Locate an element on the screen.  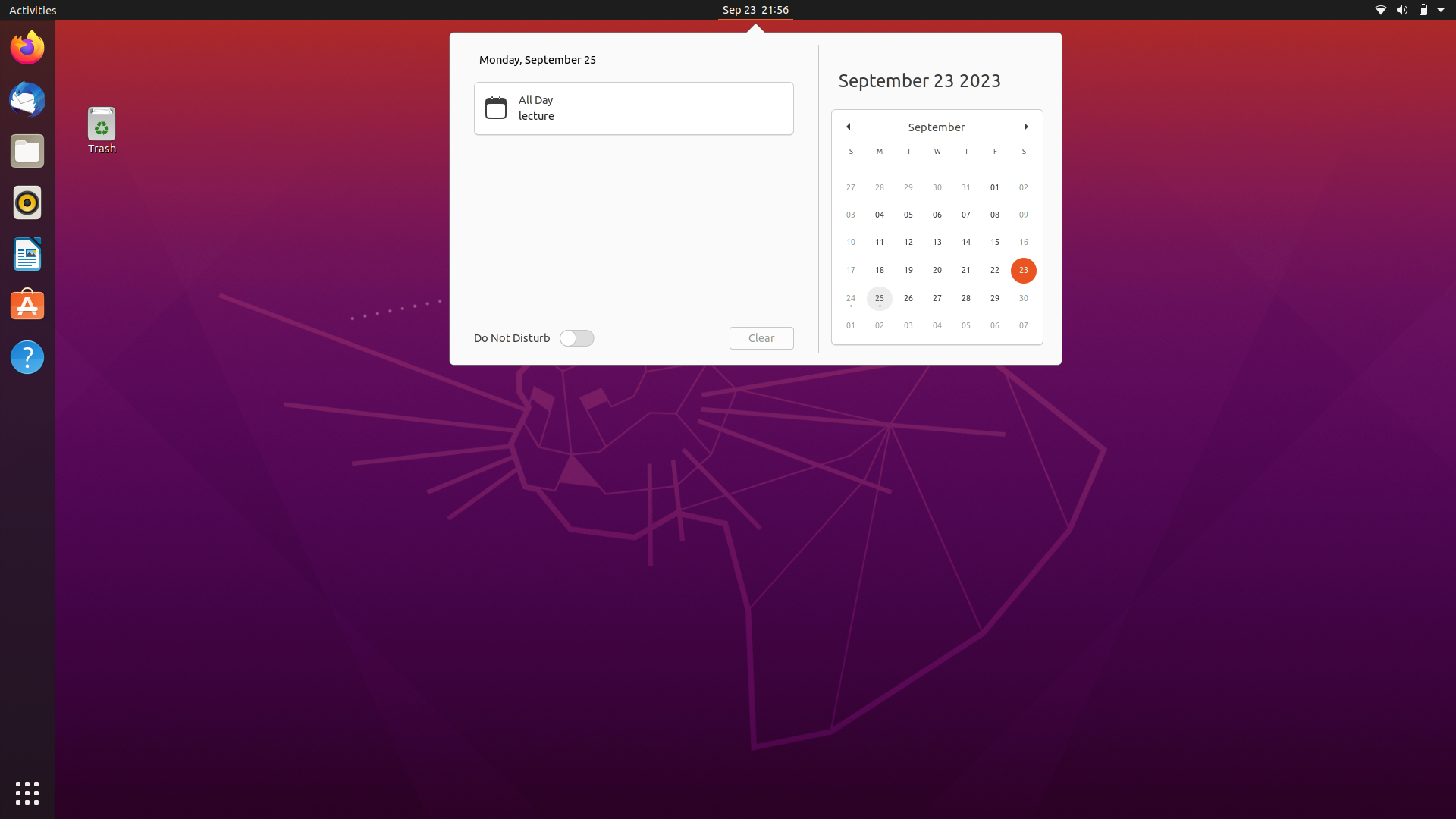
Check the events planned for the proceeding month is located at coordinates (1026, 124).